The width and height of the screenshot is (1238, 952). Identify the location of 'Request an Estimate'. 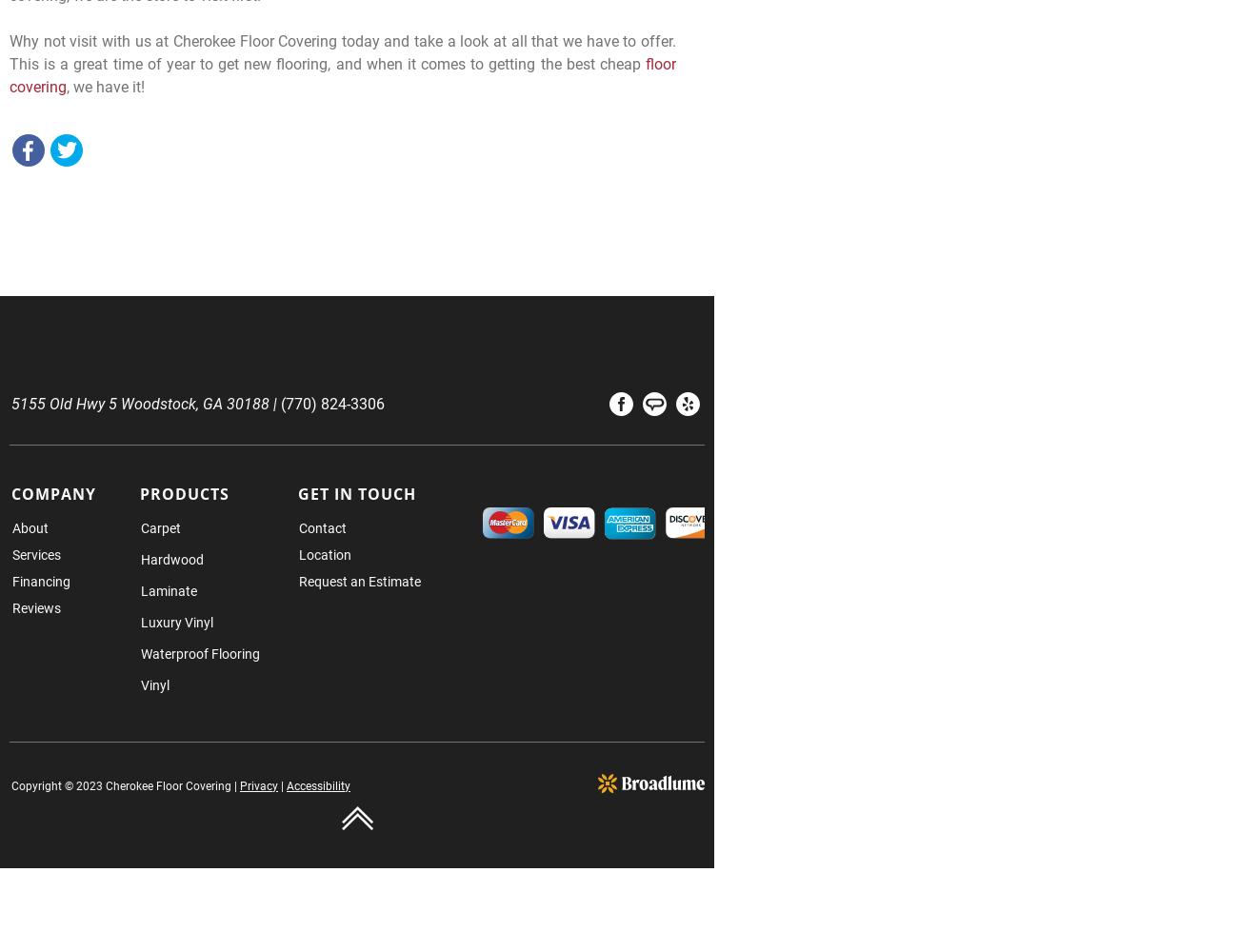
(359, 580).